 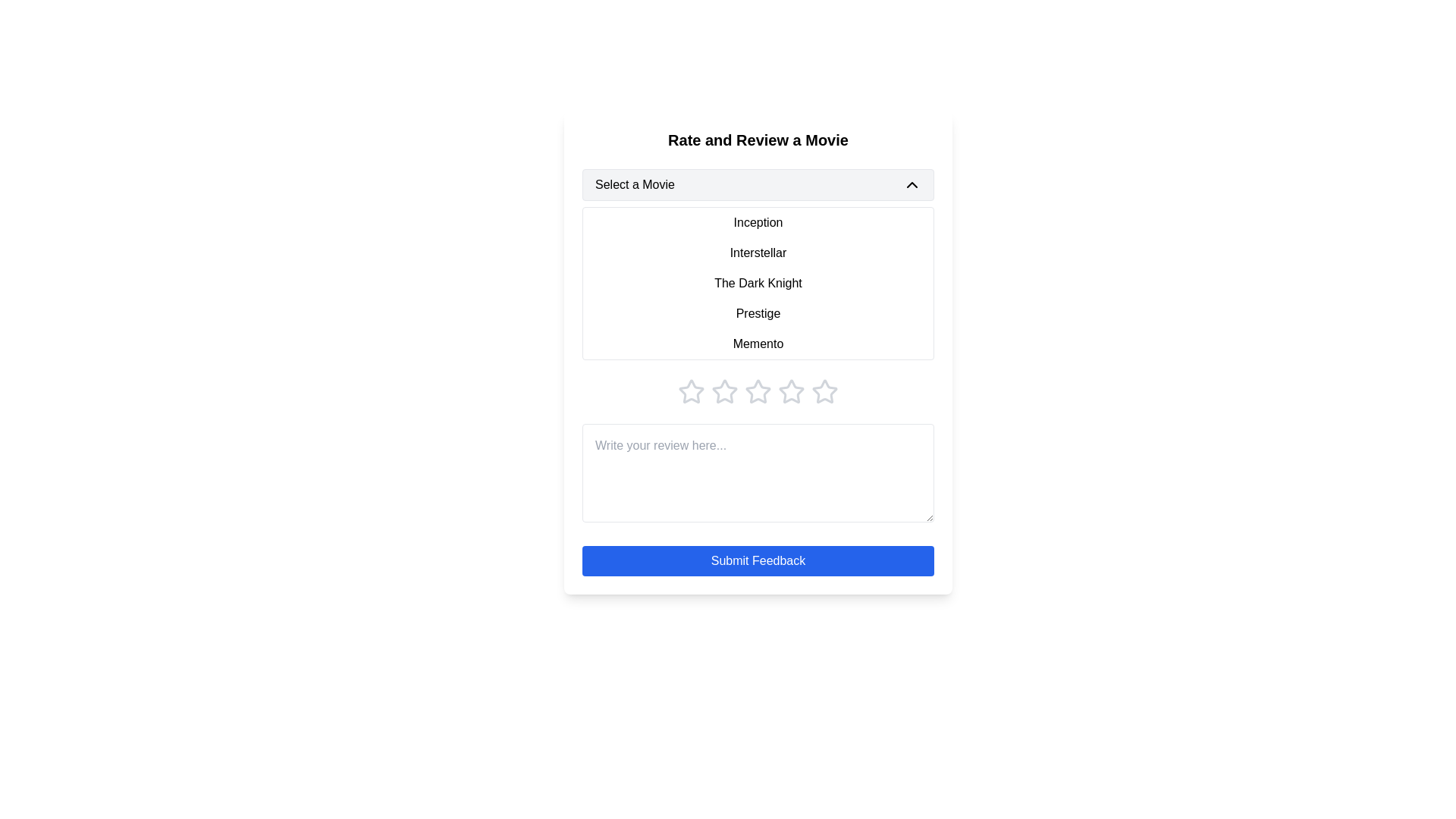 What do you see at coordinates (691, 391) in the screenshot?
I see `the first star icon from the left in the rating system` at bounding box center [691, 391].